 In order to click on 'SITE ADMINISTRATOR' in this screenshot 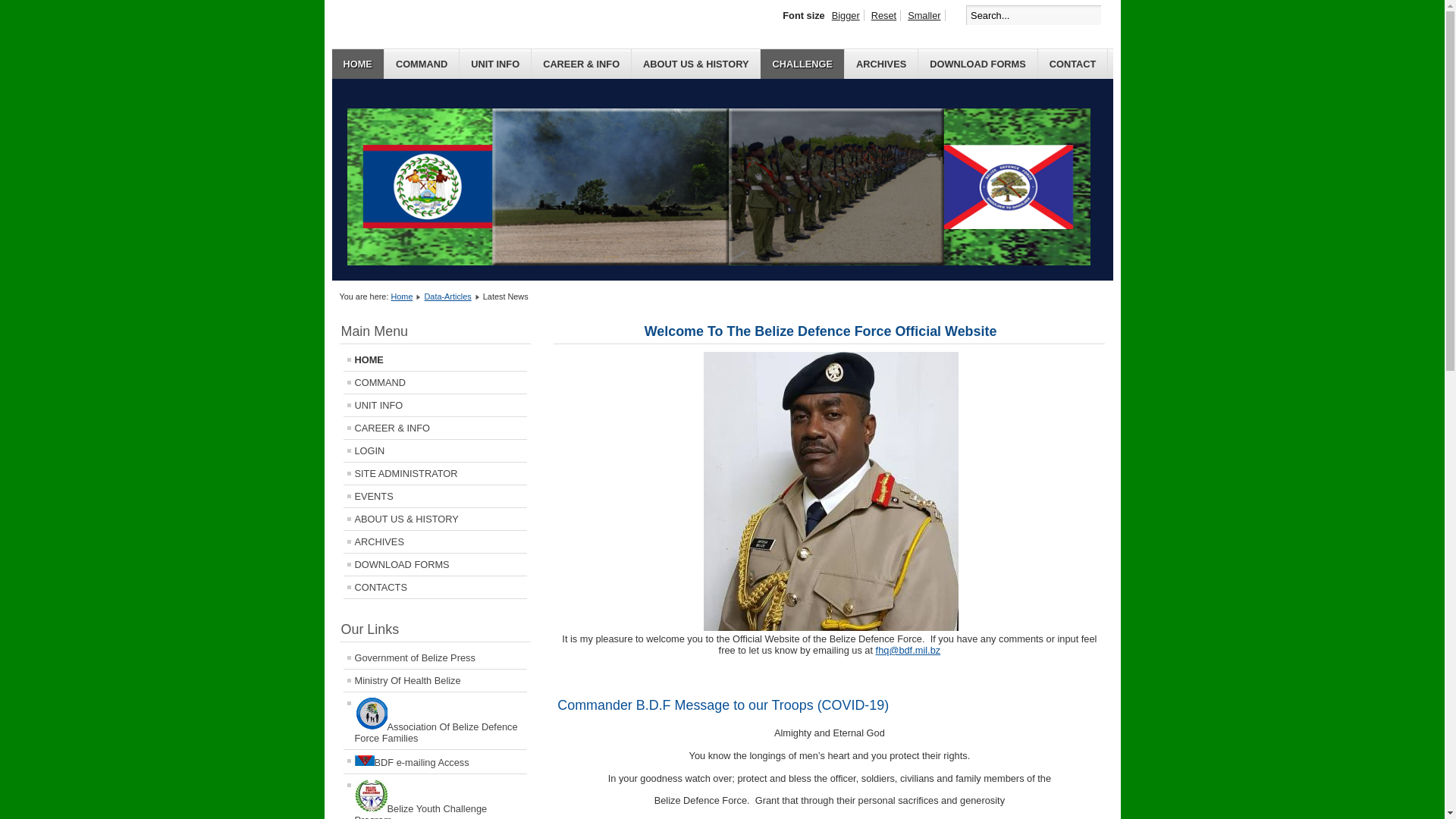, I will do `click(434, 472)`.